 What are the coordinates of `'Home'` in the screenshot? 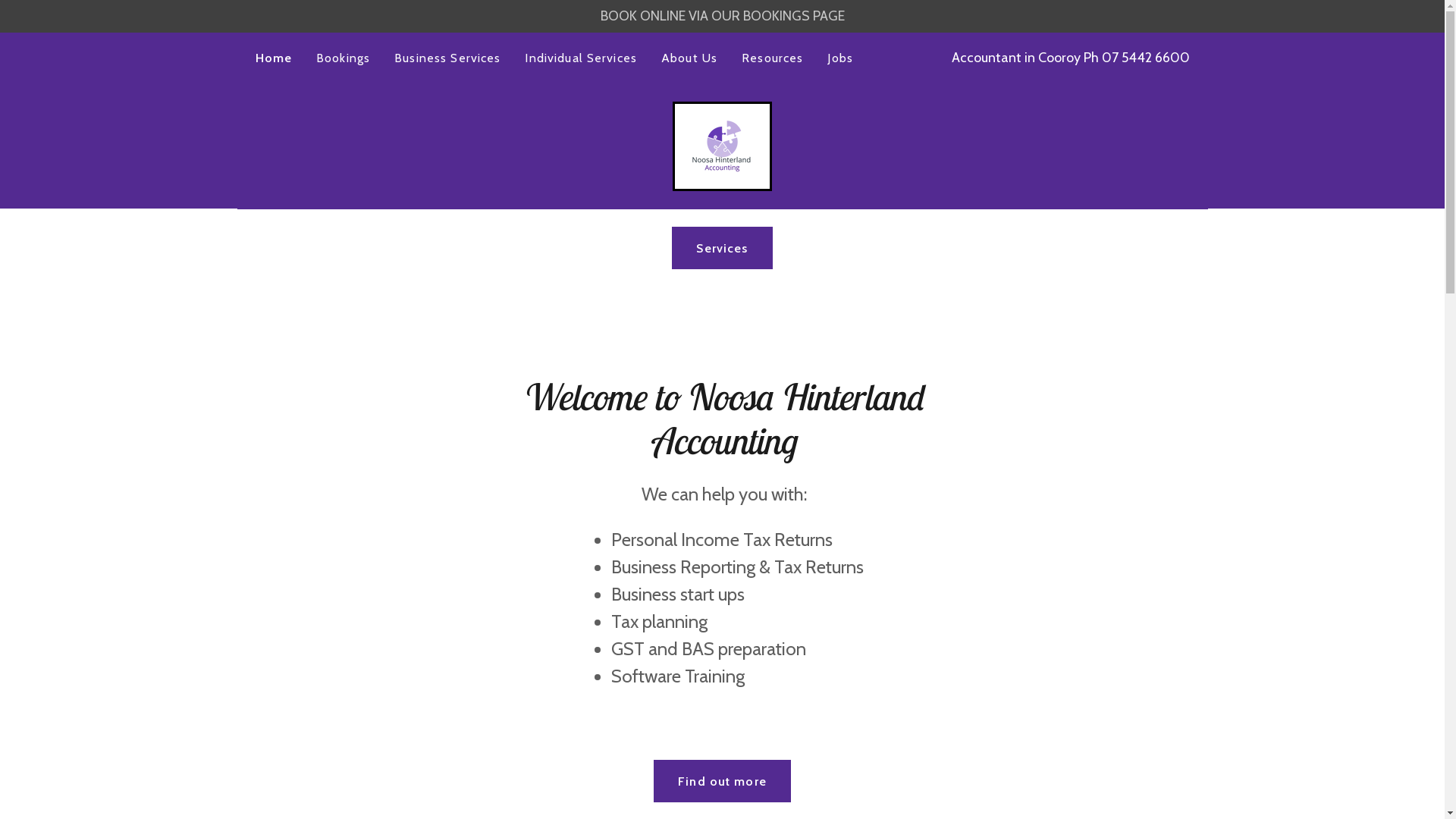 It's located at (273, 57).